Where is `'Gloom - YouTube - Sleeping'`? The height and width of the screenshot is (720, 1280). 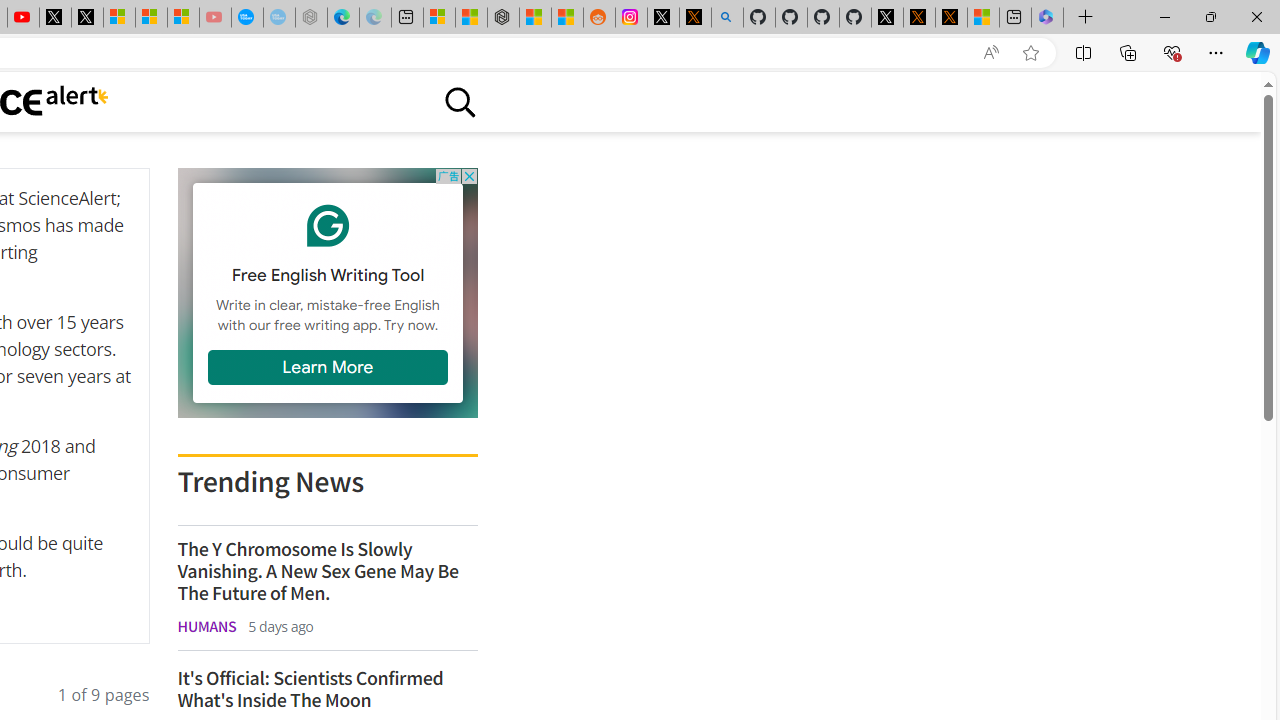
'Gloom - YouTube - Sleeping' is located at coordinates (215, 17).